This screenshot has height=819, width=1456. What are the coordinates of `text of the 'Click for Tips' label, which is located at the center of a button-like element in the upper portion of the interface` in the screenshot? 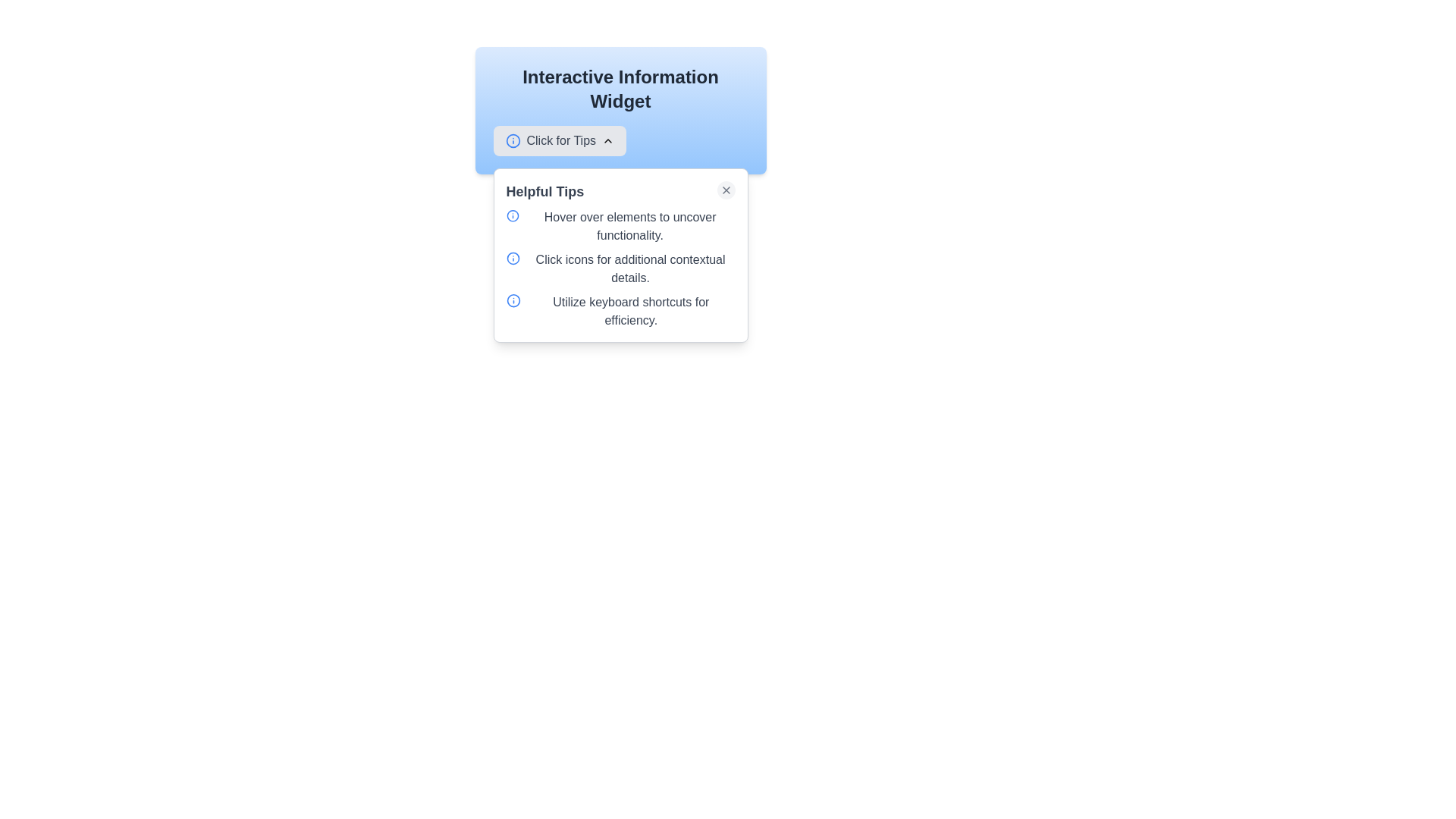 It's located at (560, 140).